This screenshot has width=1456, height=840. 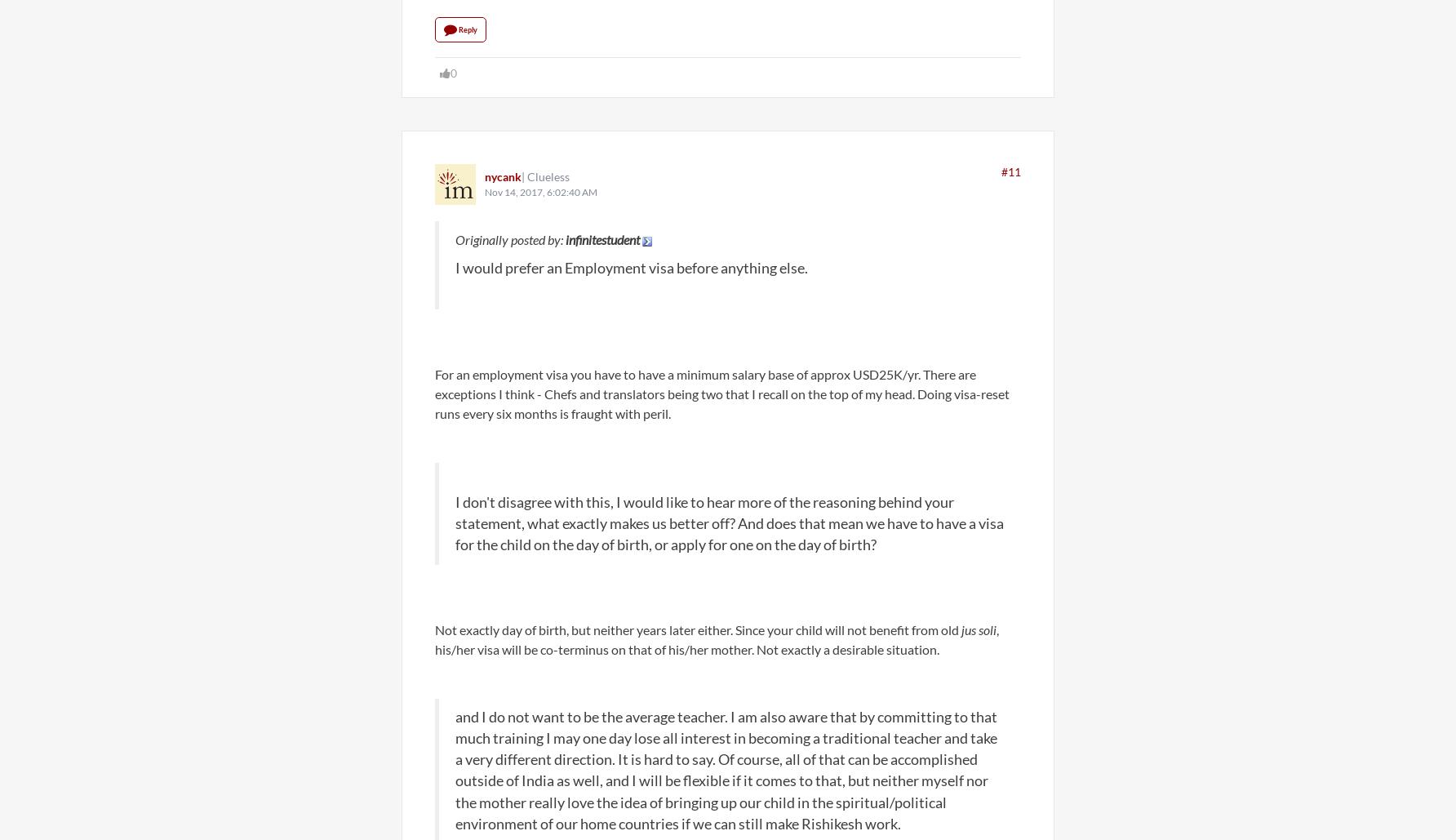 I want to click on 'I don't disagree with this, I would like to hear more of the reasoning behind your statement, what exactly makes us better off? And does that mean we have to have a visa for the child on the day of birth, or apply for one on the day of birth?', so click(x=729, y=522).